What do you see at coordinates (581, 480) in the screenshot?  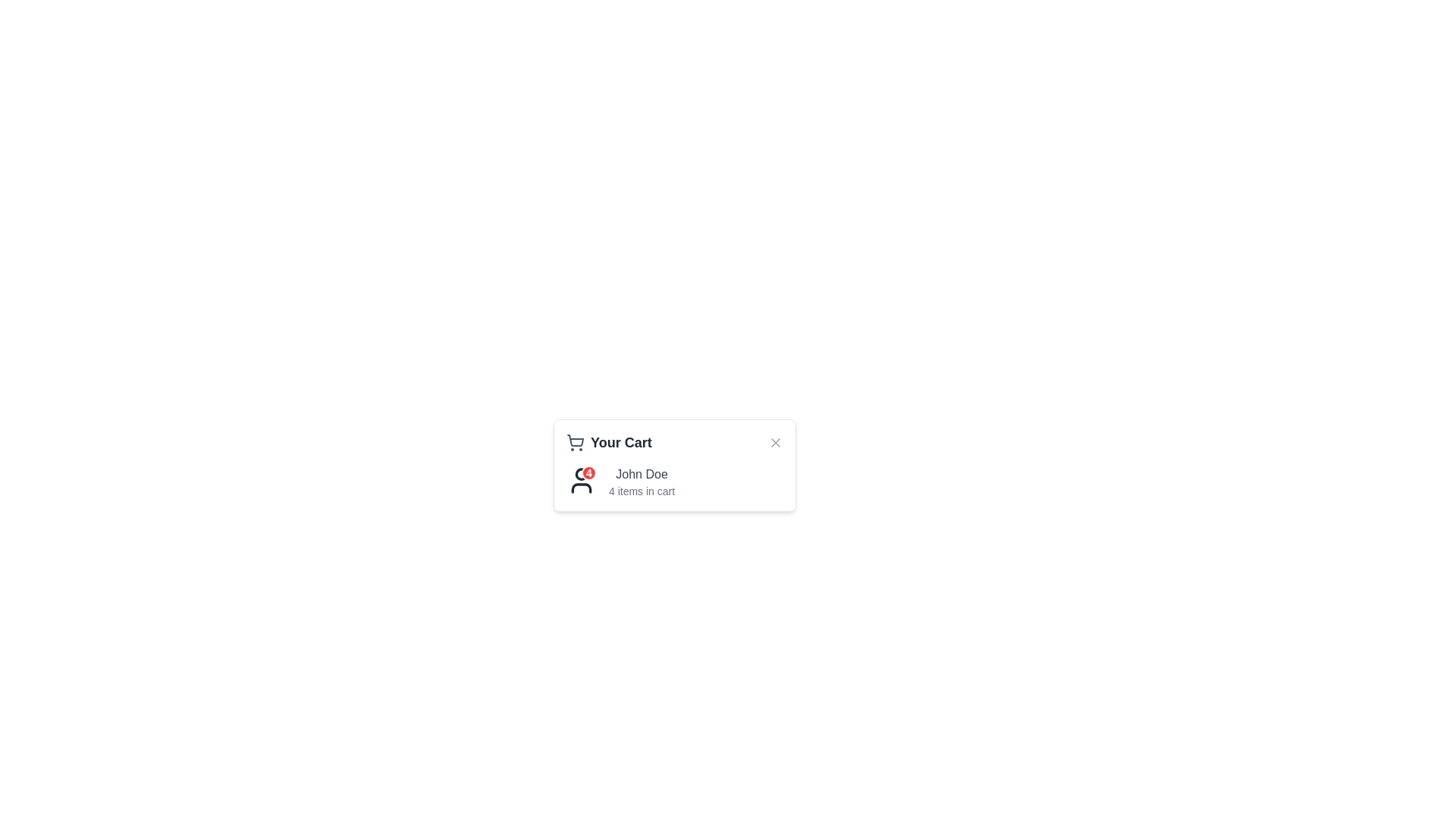 I see `notification count displayed on the Notification Badge located at the top-right corner of the user icon within the 'Your Cart' panel` at bounding box center [581, 480].